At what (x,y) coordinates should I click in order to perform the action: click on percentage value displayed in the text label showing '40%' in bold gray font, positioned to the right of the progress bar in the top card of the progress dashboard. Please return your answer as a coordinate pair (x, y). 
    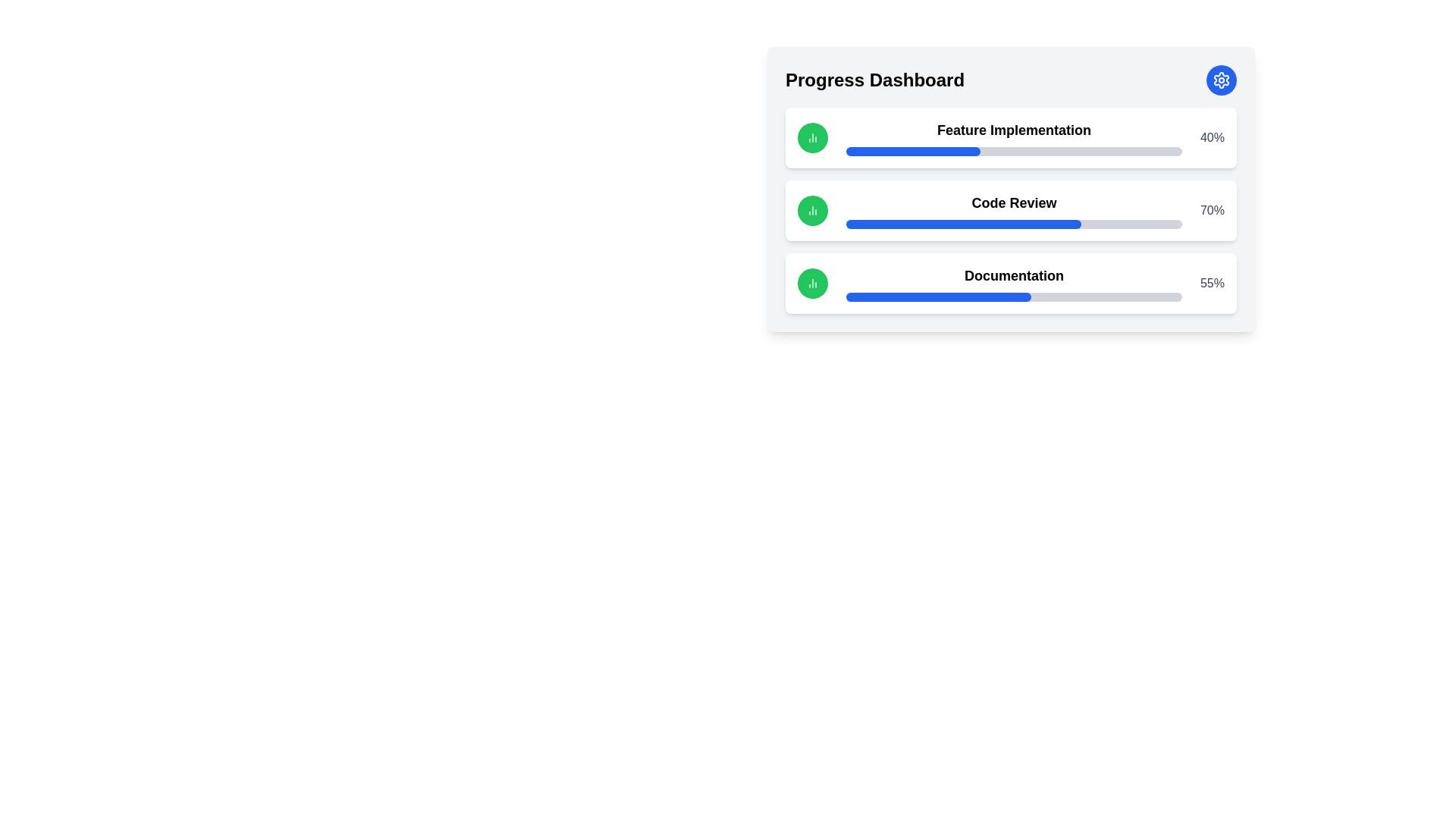
    Looking at the image, I should click on (1211, 137).